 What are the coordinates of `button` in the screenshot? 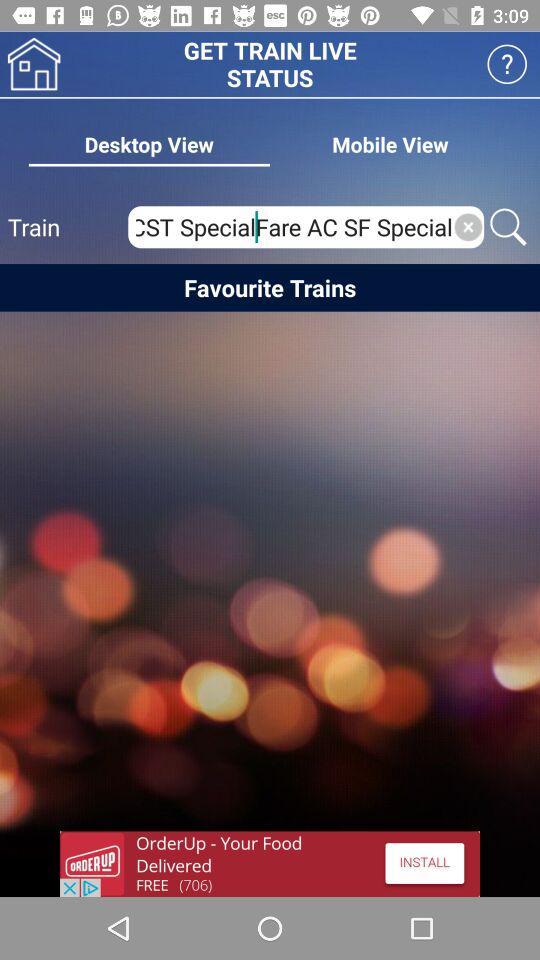 It's located at (468, 227).